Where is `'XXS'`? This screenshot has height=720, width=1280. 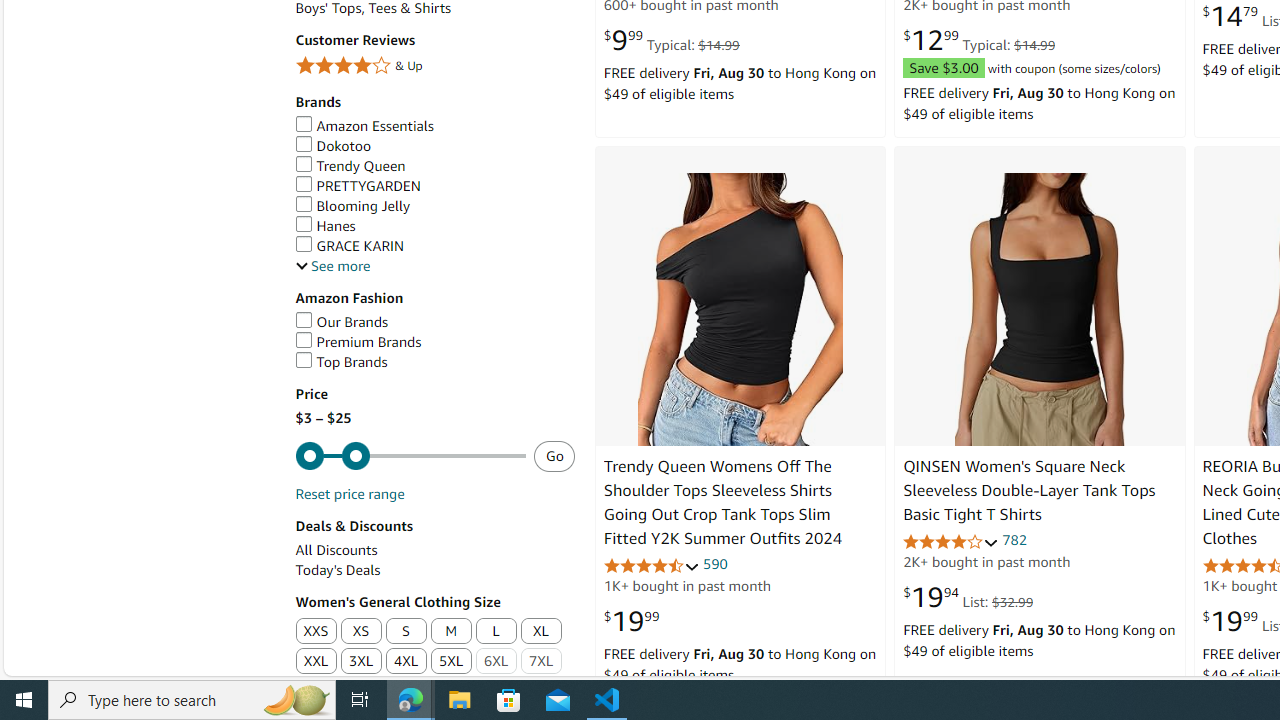 'XXS' is located at coordinates (315, 632).